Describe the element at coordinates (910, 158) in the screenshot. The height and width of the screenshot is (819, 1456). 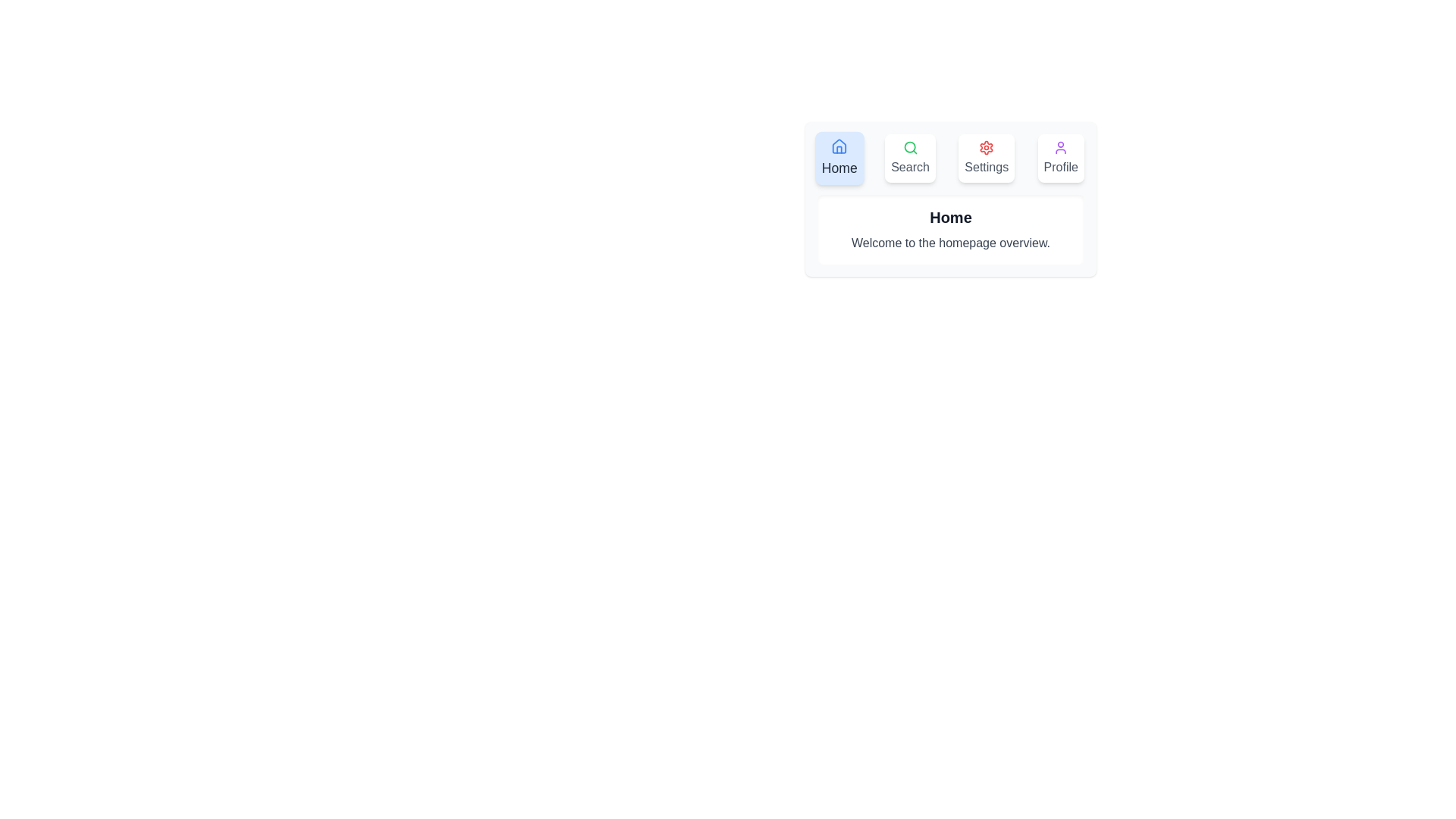
I see `the Search tab to switch its content` at that location.